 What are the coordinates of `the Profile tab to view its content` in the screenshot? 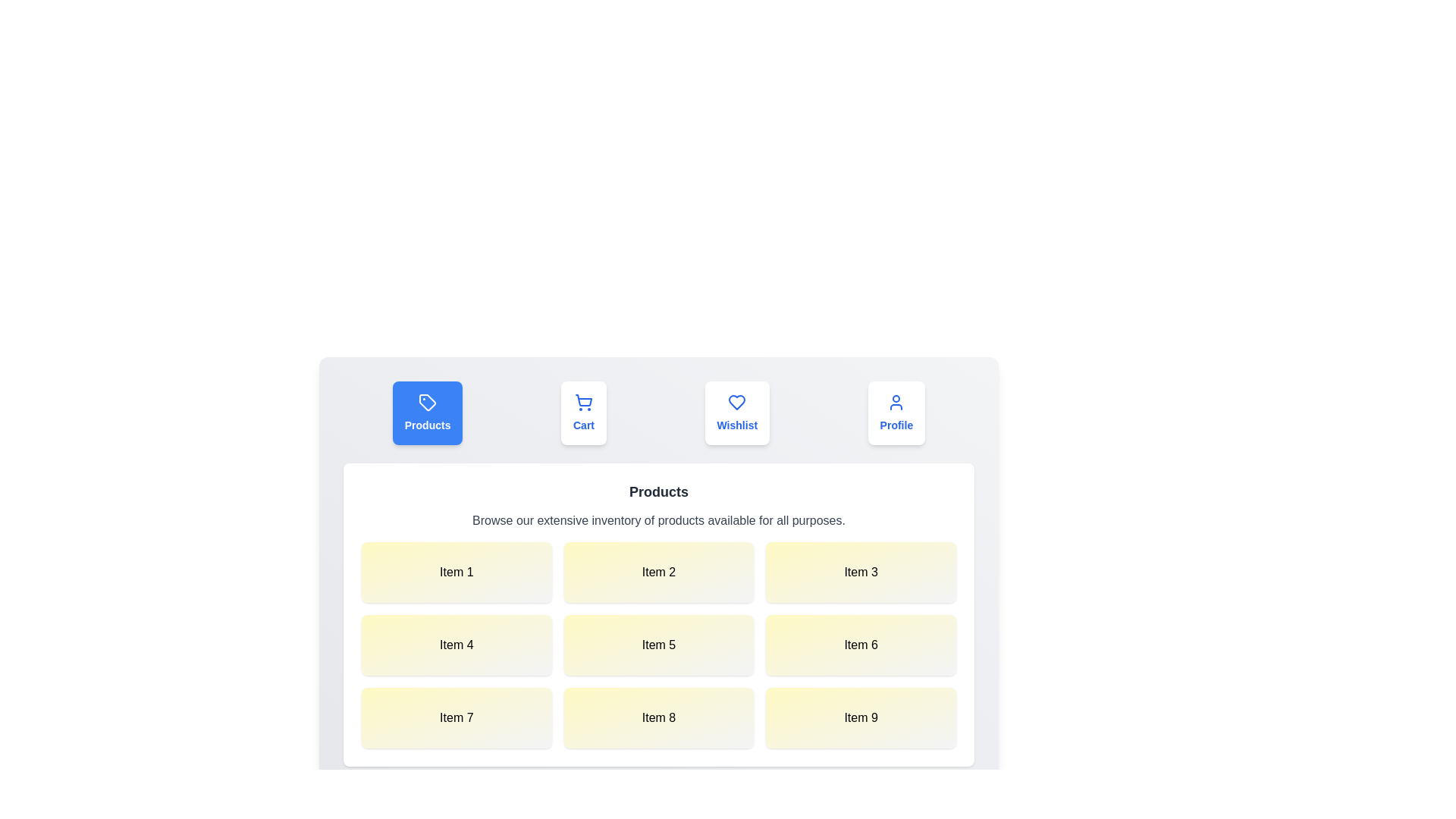 It's located at (896, 413).